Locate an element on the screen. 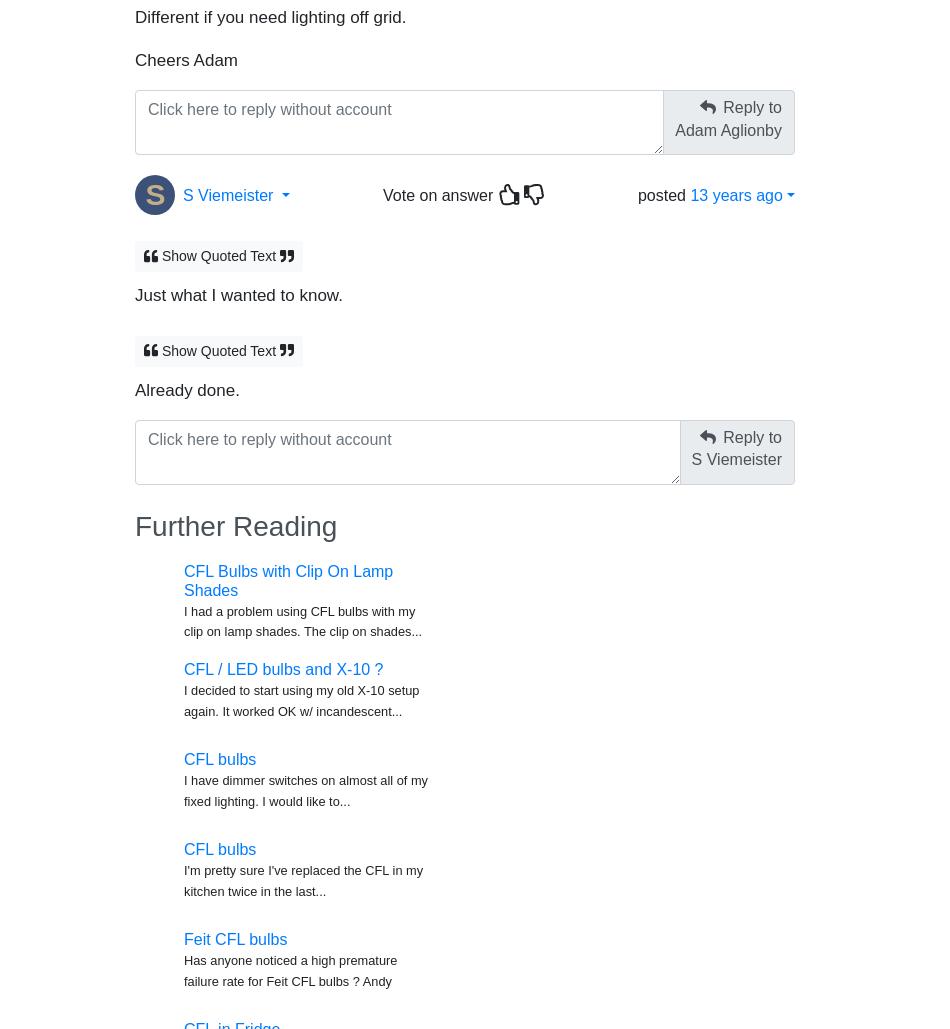  'CFL Bulbs with Clip On Lamp Shades' is located at coordinates (287, 569).